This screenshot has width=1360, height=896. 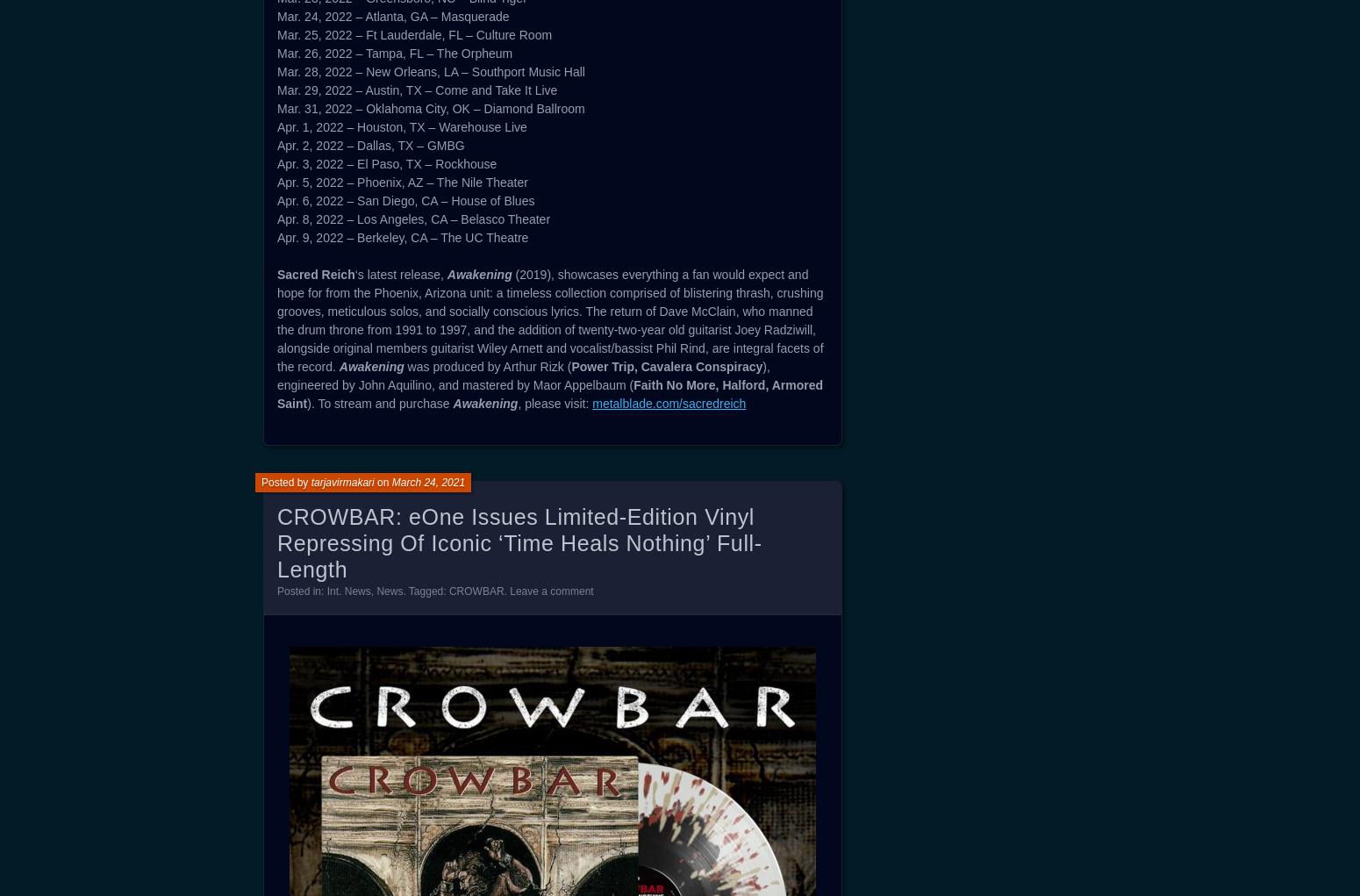 What do you see at coordinates (300, 591) in the screenshot?
I see `'Posted in:'` at bounding box center [300, 591].